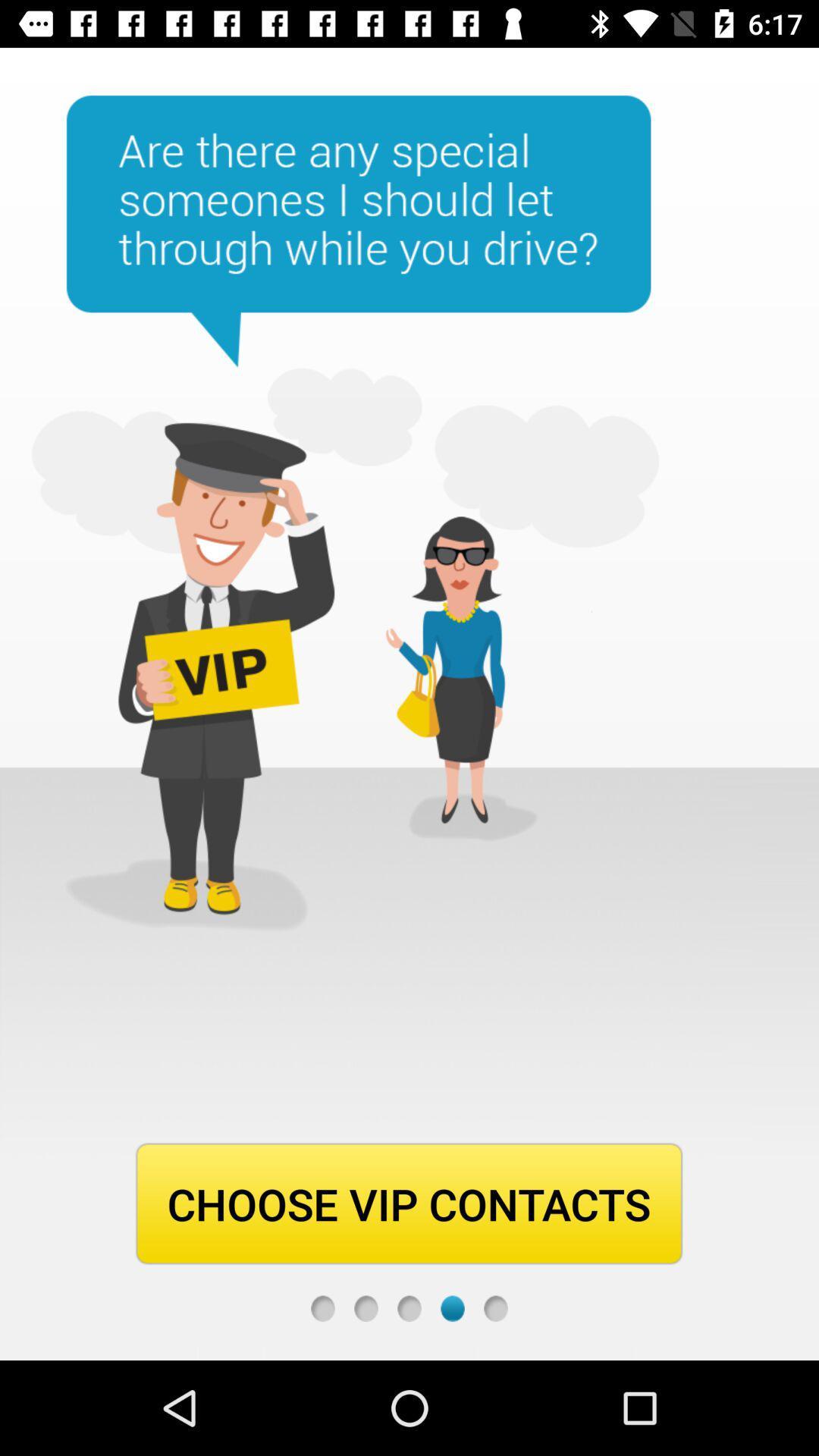  What do you see at coordinates (322, 1307) in the screenshot?
I see `choose vip contacts` at bounding box center [322, 1307].